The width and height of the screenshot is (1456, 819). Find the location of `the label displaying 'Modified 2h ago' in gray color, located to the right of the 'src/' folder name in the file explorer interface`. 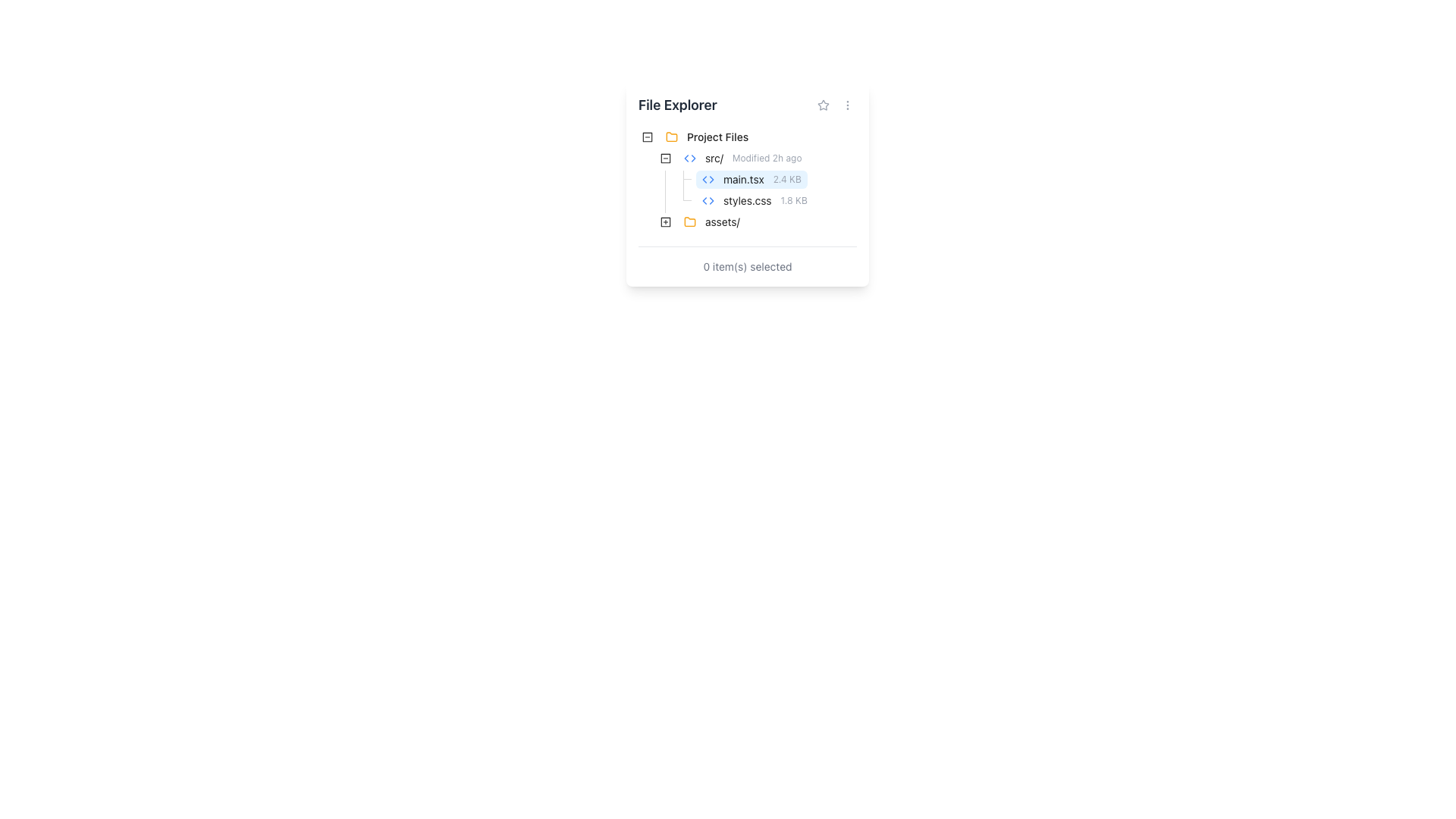

the label displaying 'Modified 2h ago' in gray color, located to the right of the 'src/' folder name in the file explorer interface is located at coordinates (767, 158).